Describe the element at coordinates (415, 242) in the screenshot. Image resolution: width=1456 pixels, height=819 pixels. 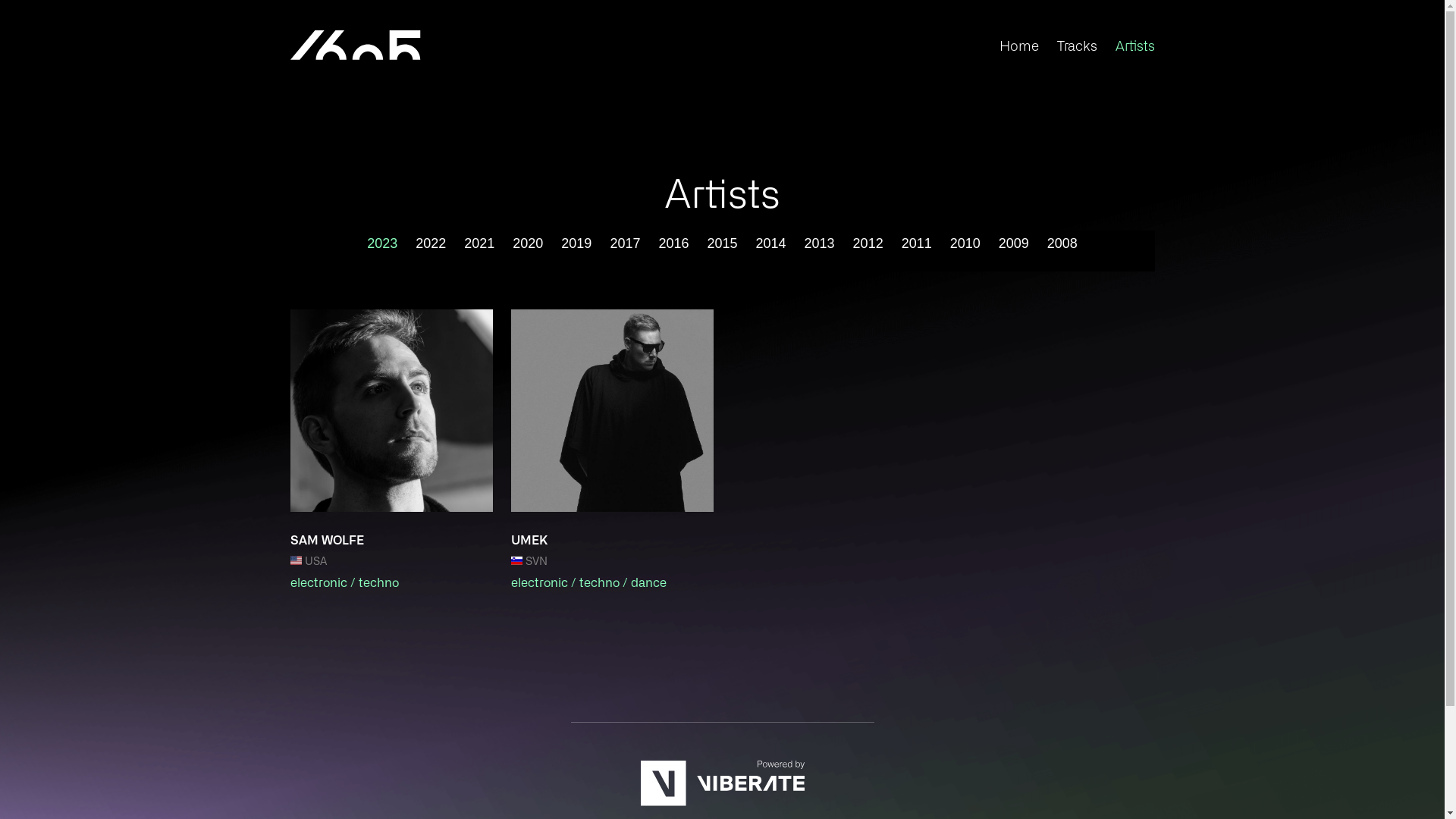
I see `'2022'` at that location.